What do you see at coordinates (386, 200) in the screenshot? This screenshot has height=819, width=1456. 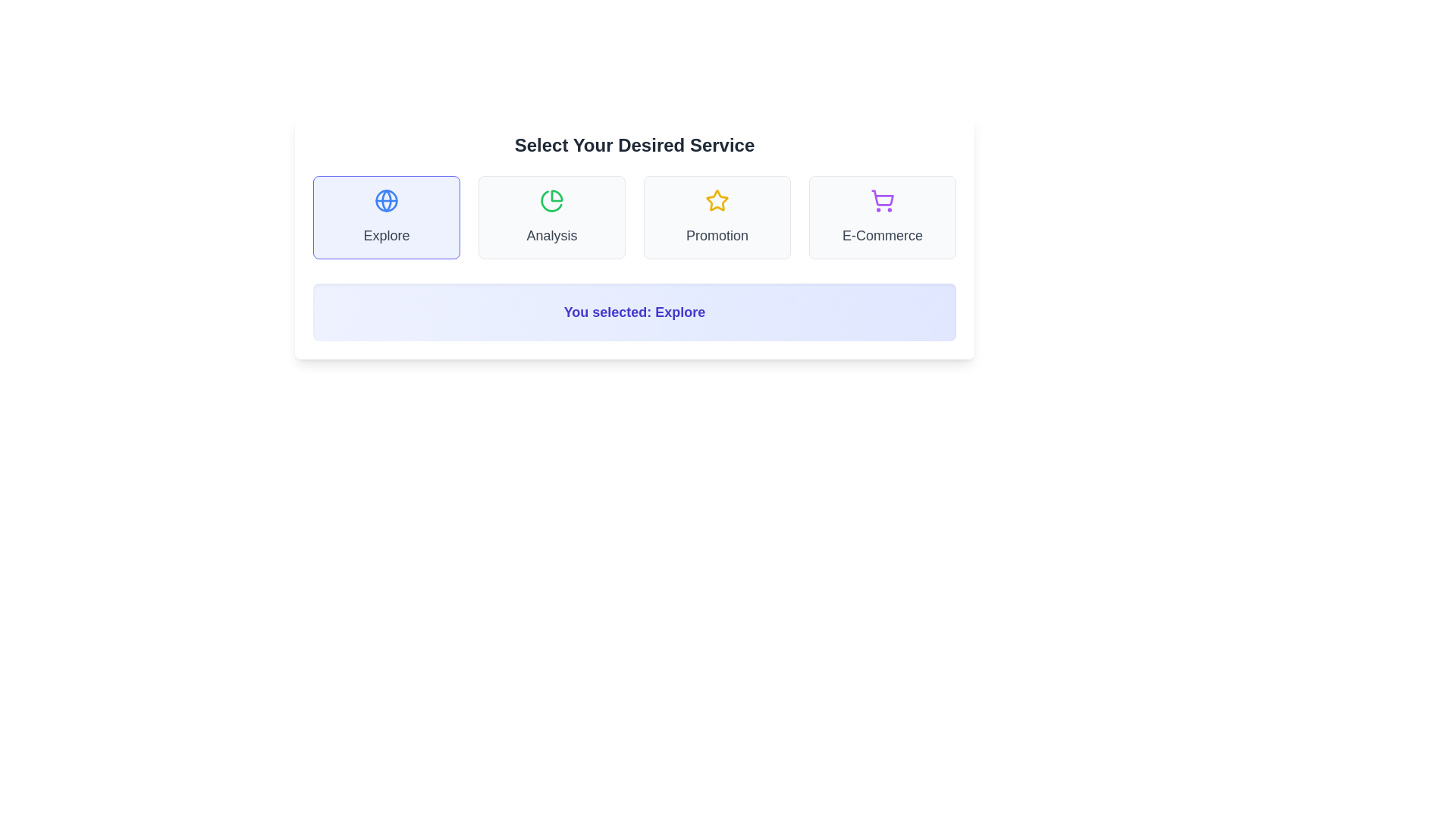 I see `SVG graphical element representing the globe icon, which is part of the 'Explore' option in the 'Select Your Desired Service' section` at bounding box center [386, 200].